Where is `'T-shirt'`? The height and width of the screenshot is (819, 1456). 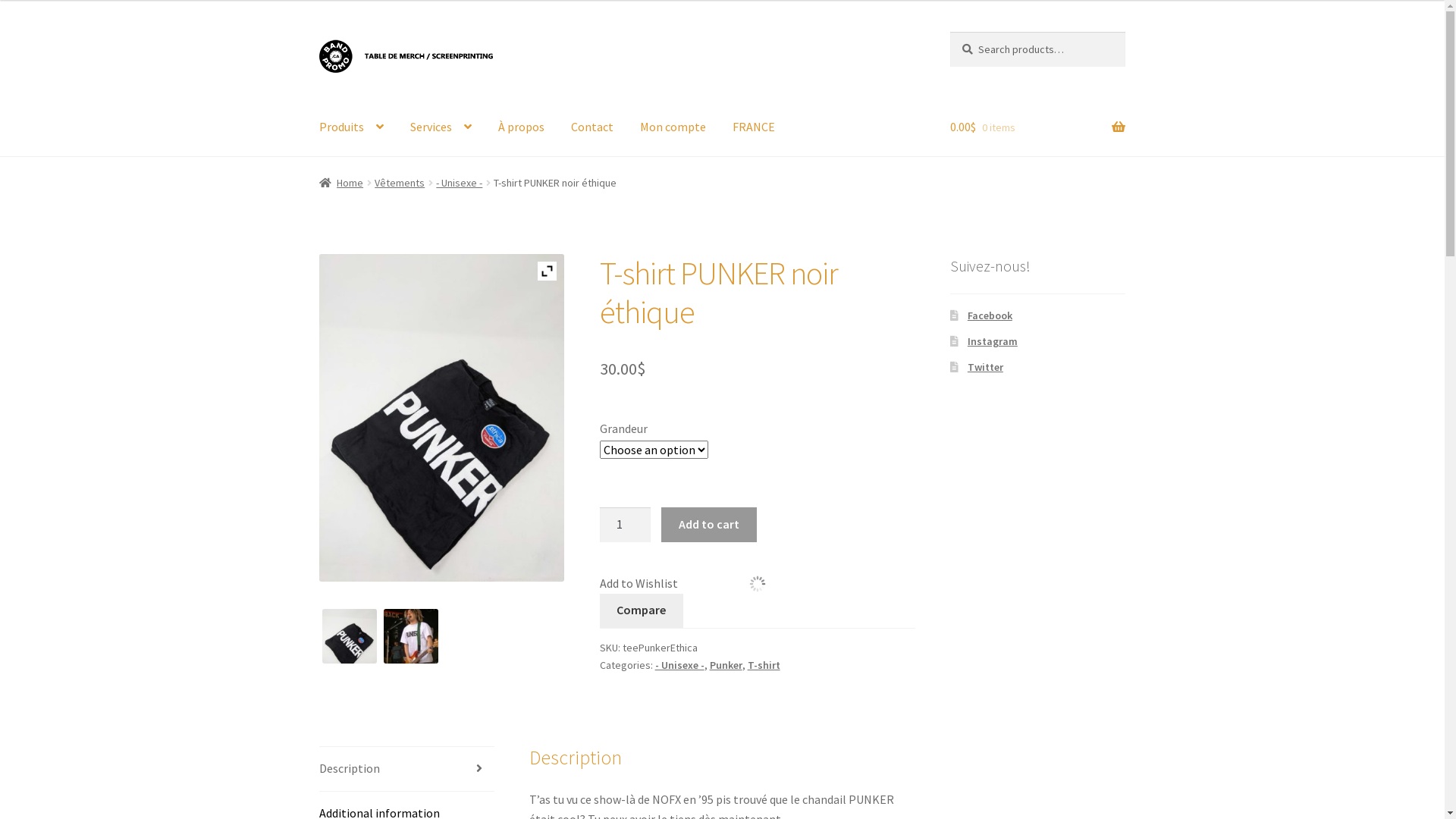 'T-shirt' is located at coordinates (764, 664).